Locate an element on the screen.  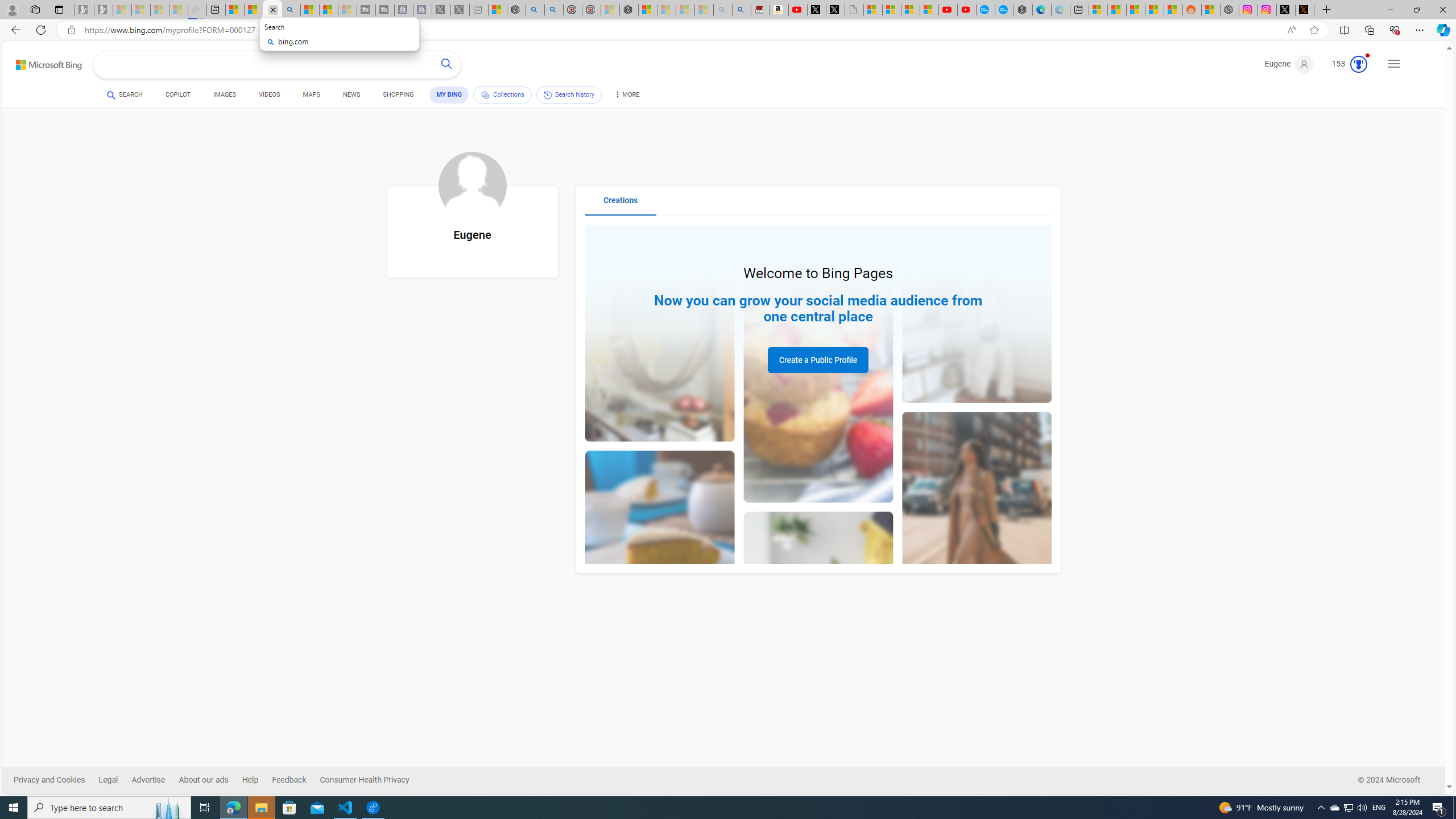
'SHOPPING' is located at coordinates (398, 96).